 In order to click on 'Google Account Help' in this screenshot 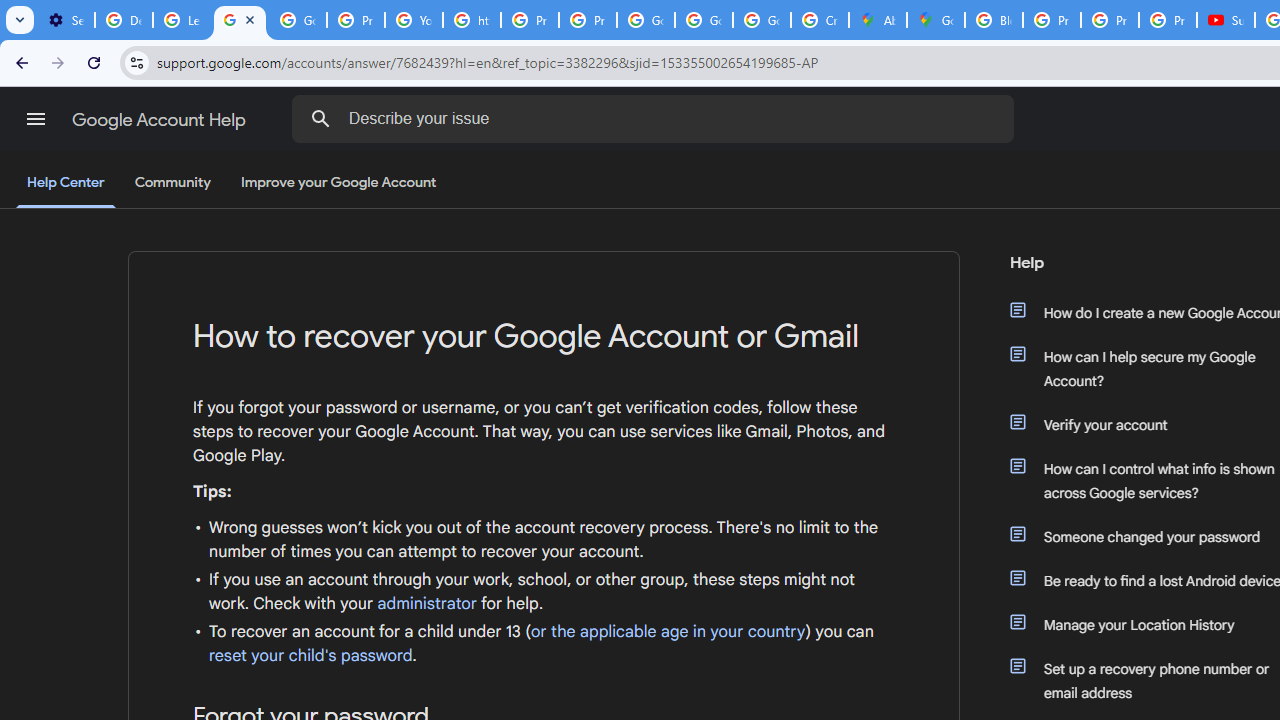, I will do `click(160, 119)`.